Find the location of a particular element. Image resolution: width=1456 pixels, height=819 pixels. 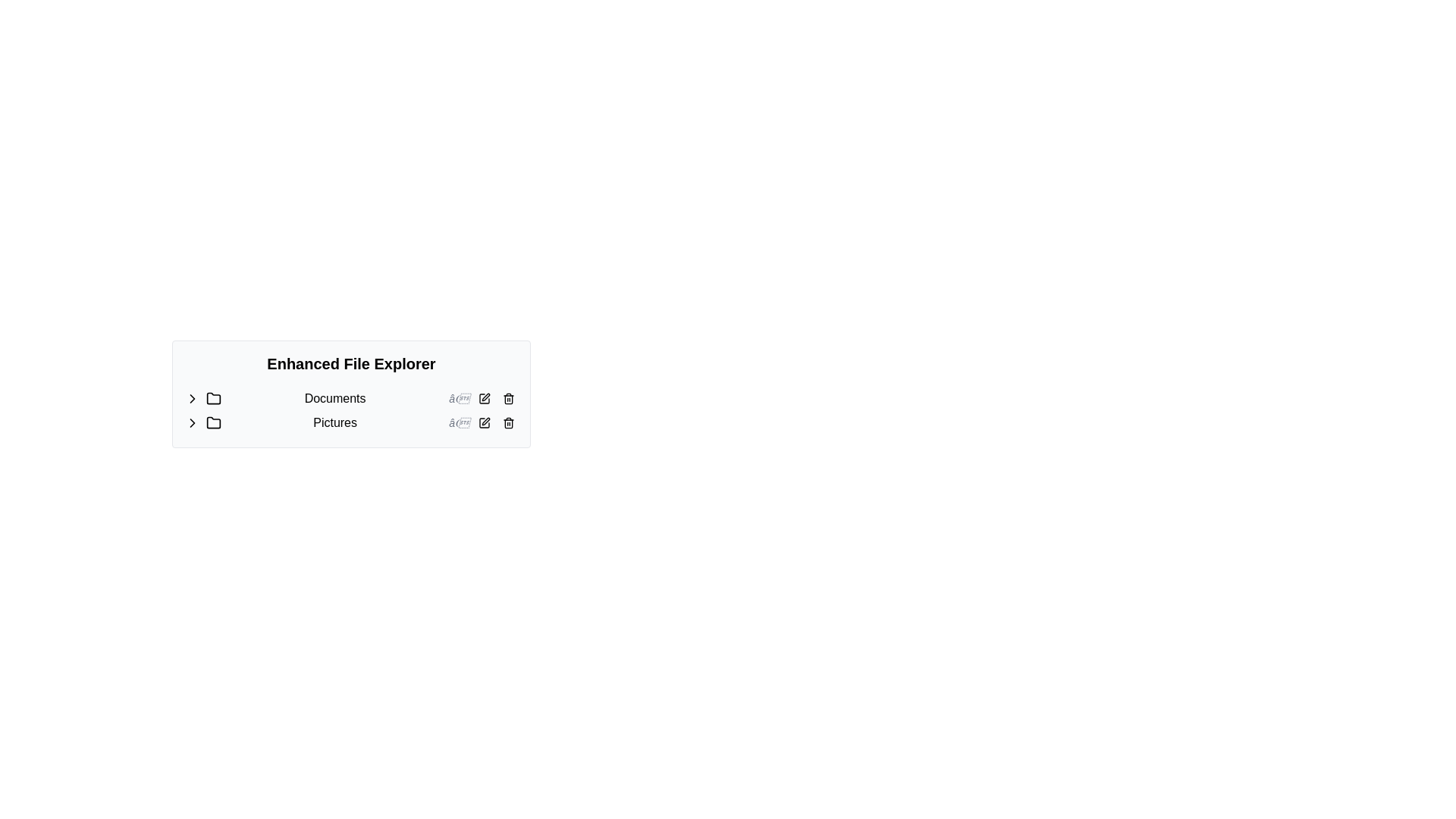

the 'Pictures' row is located at coordinates (350, 423).